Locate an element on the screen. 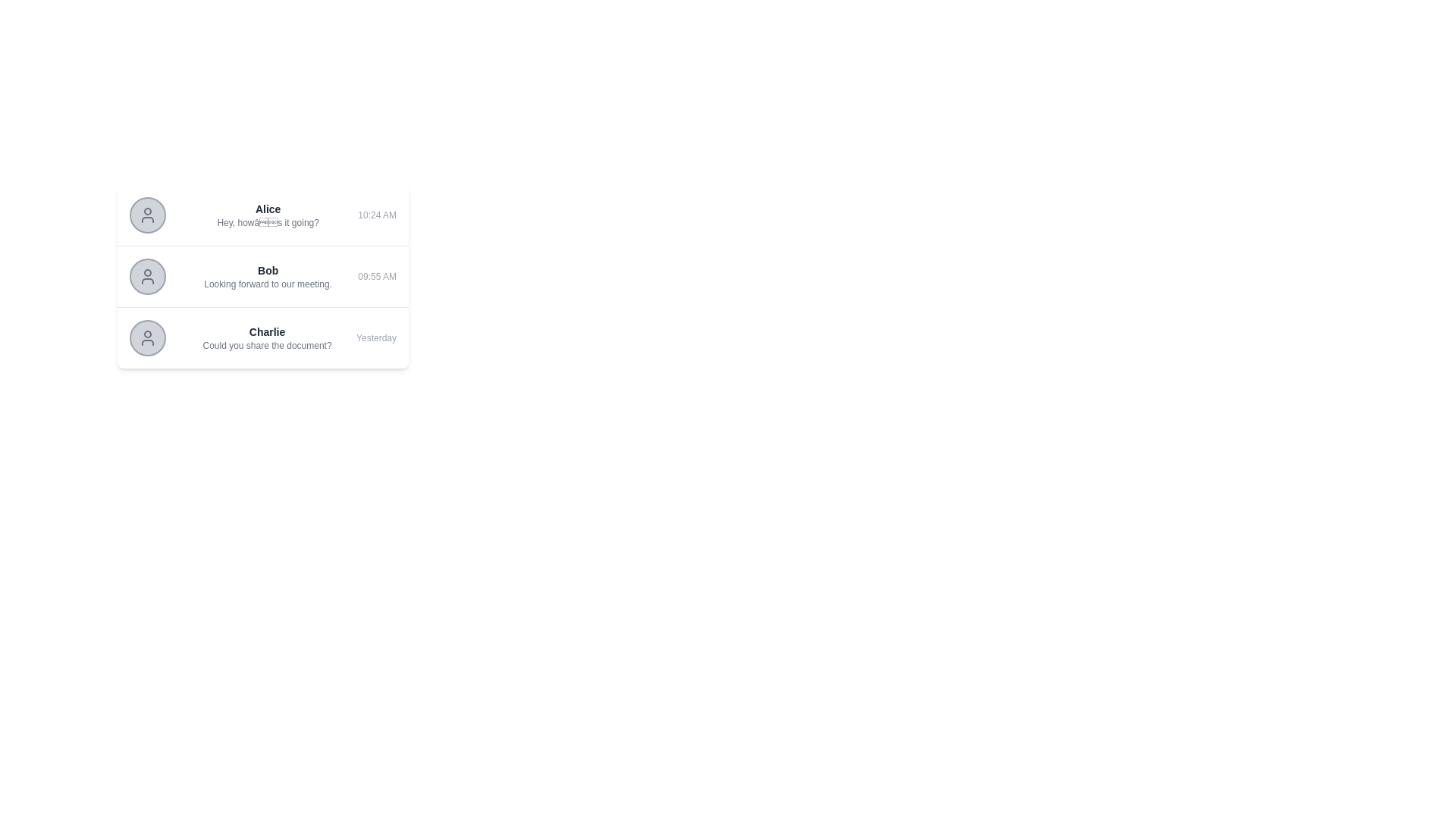  the Avatar Placeholder representing user 'Bob' is located at coordinates (148, 277).